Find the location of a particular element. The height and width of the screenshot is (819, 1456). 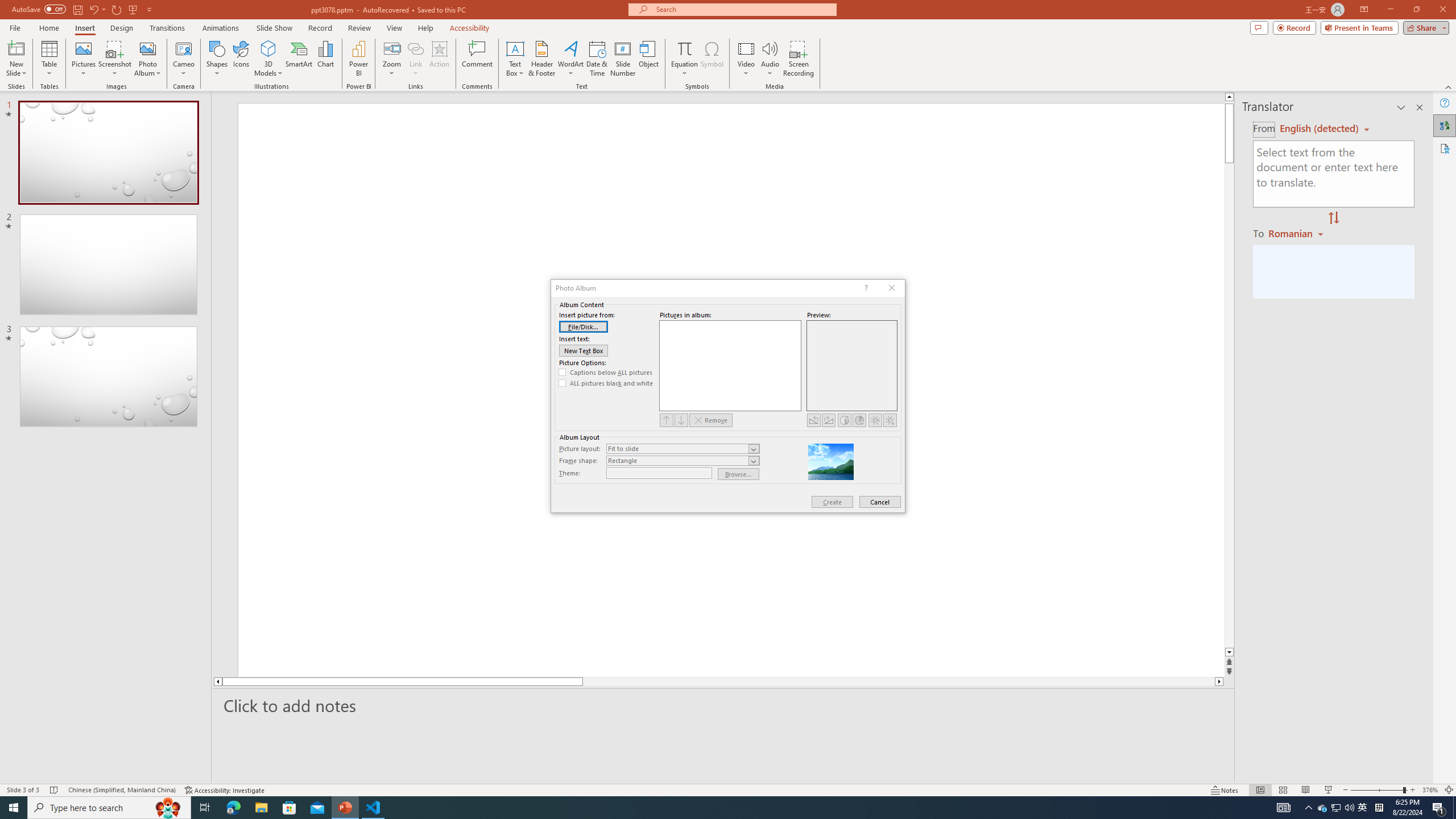

'Context help' is located at coordinates (864, 287).